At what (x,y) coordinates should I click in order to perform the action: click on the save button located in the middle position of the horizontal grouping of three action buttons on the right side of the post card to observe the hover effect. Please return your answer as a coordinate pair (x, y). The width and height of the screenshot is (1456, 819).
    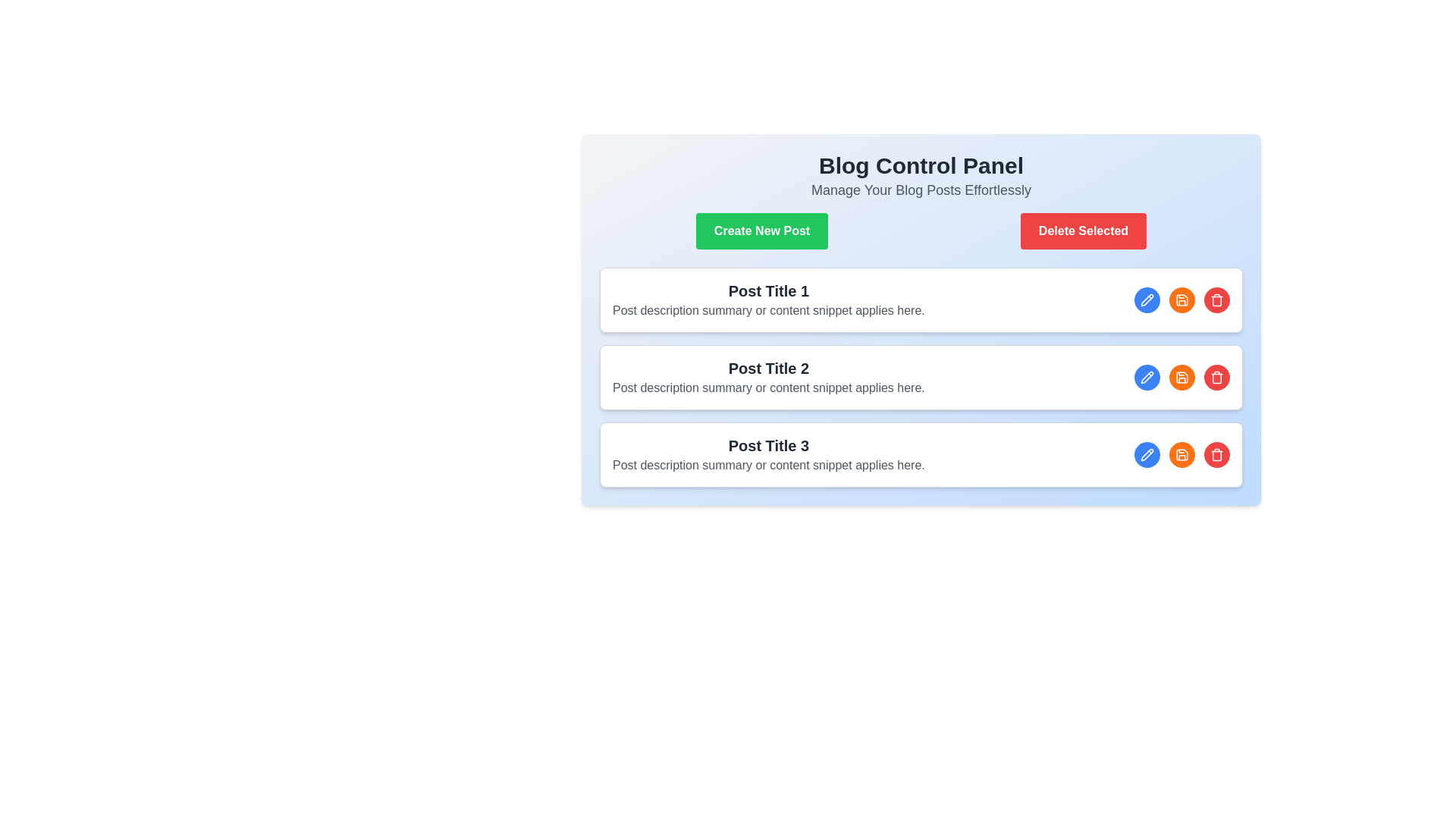
    Looking at the image, I should click on (1181, 300).